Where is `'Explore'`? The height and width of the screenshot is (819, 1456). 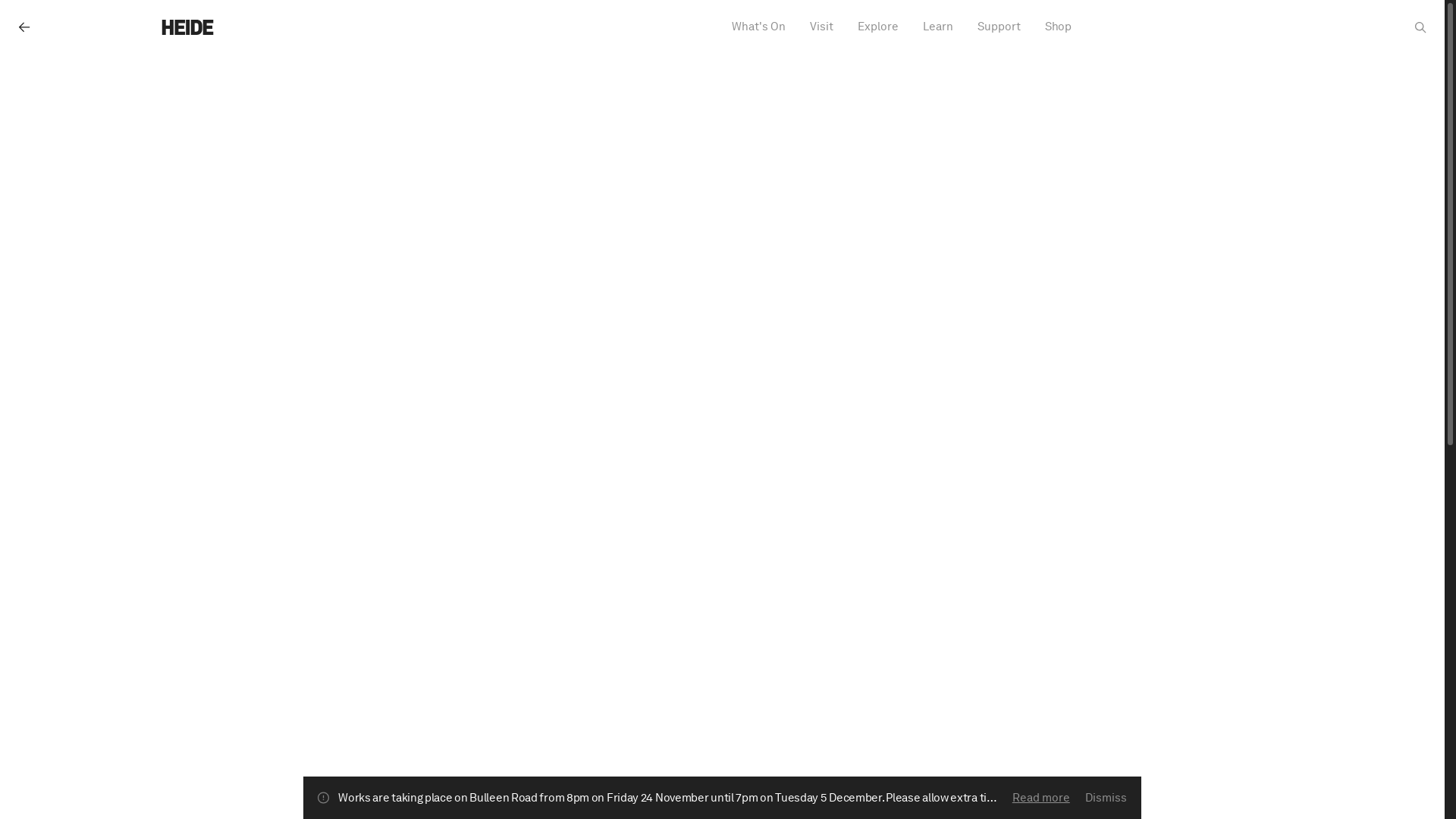
'Explore' is located at coordinates (854, 27).